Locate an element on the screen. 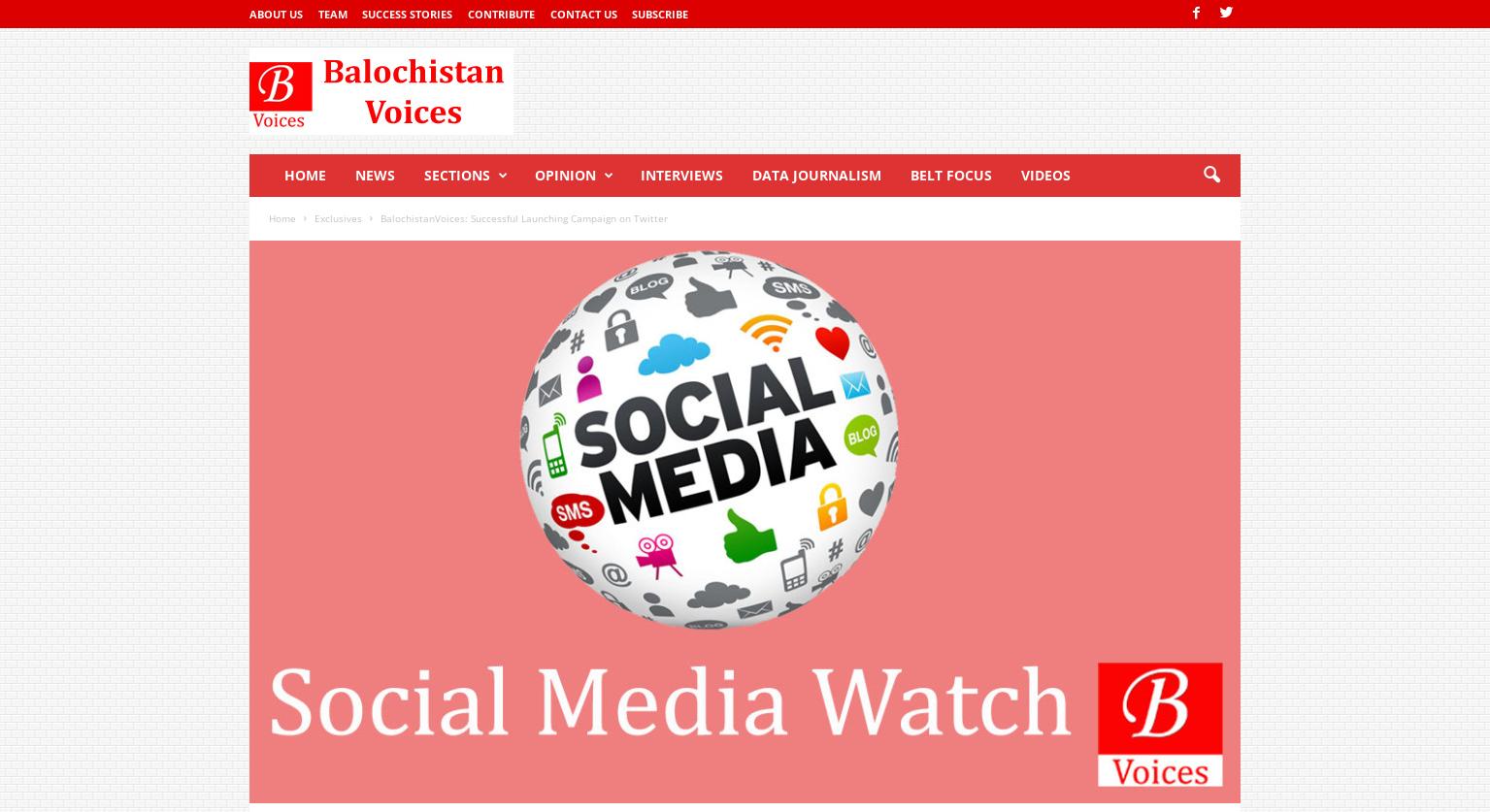 The height and width of the screenshot is (812, 1490). 'Contact Us' is located at coordinates (547, 14).